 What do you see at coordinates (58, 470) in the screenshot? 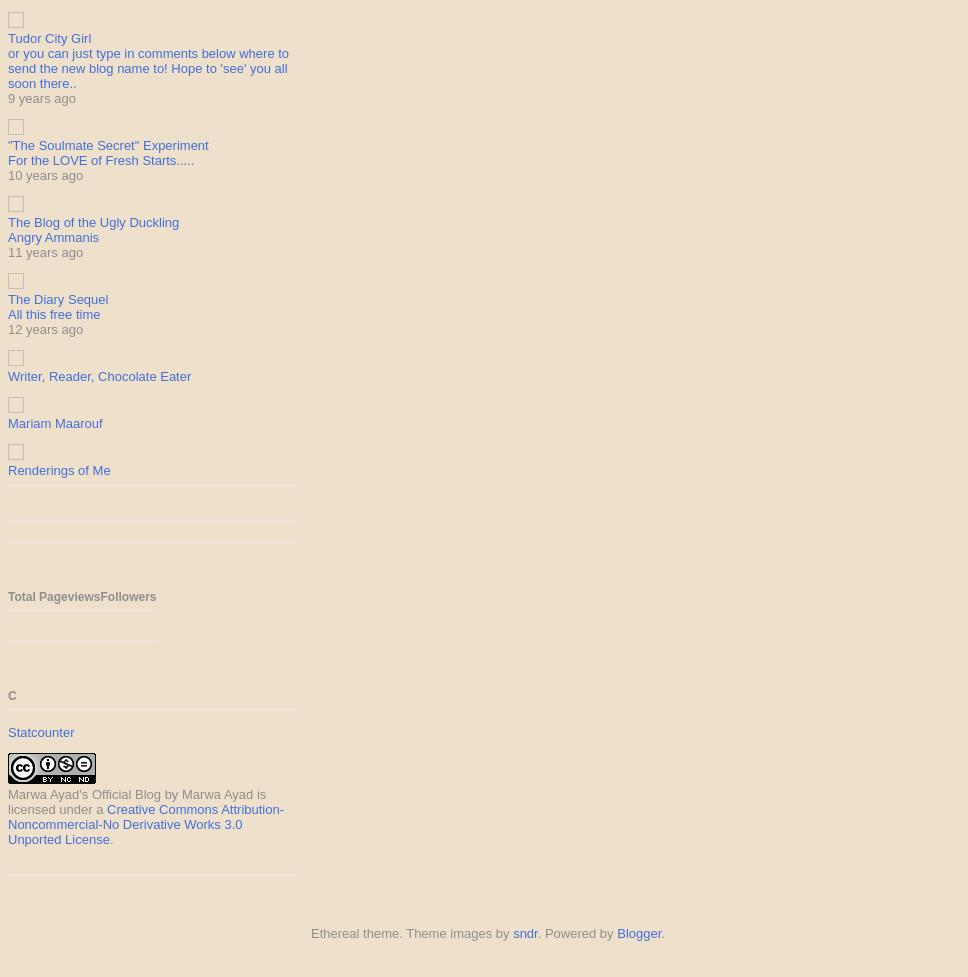
I see `'Renderings of Me'` at bounding box center [58, 470].